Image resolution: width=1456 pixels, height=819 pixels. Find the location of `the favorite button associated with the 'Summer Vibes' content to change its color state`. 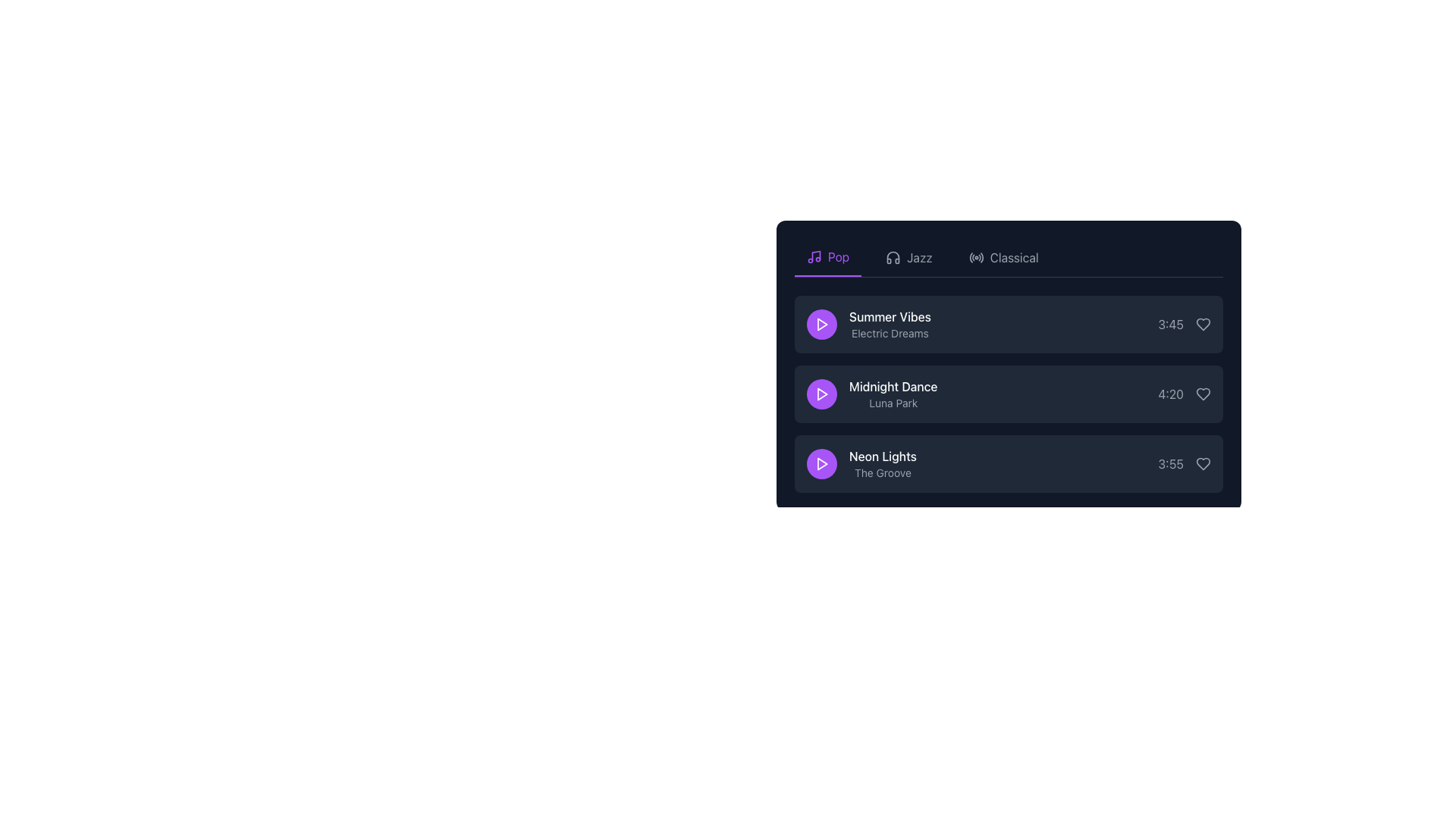

the favorite button associated with the 'Summer Vibes' content to change its color state is located at coordinates (1203, 324).